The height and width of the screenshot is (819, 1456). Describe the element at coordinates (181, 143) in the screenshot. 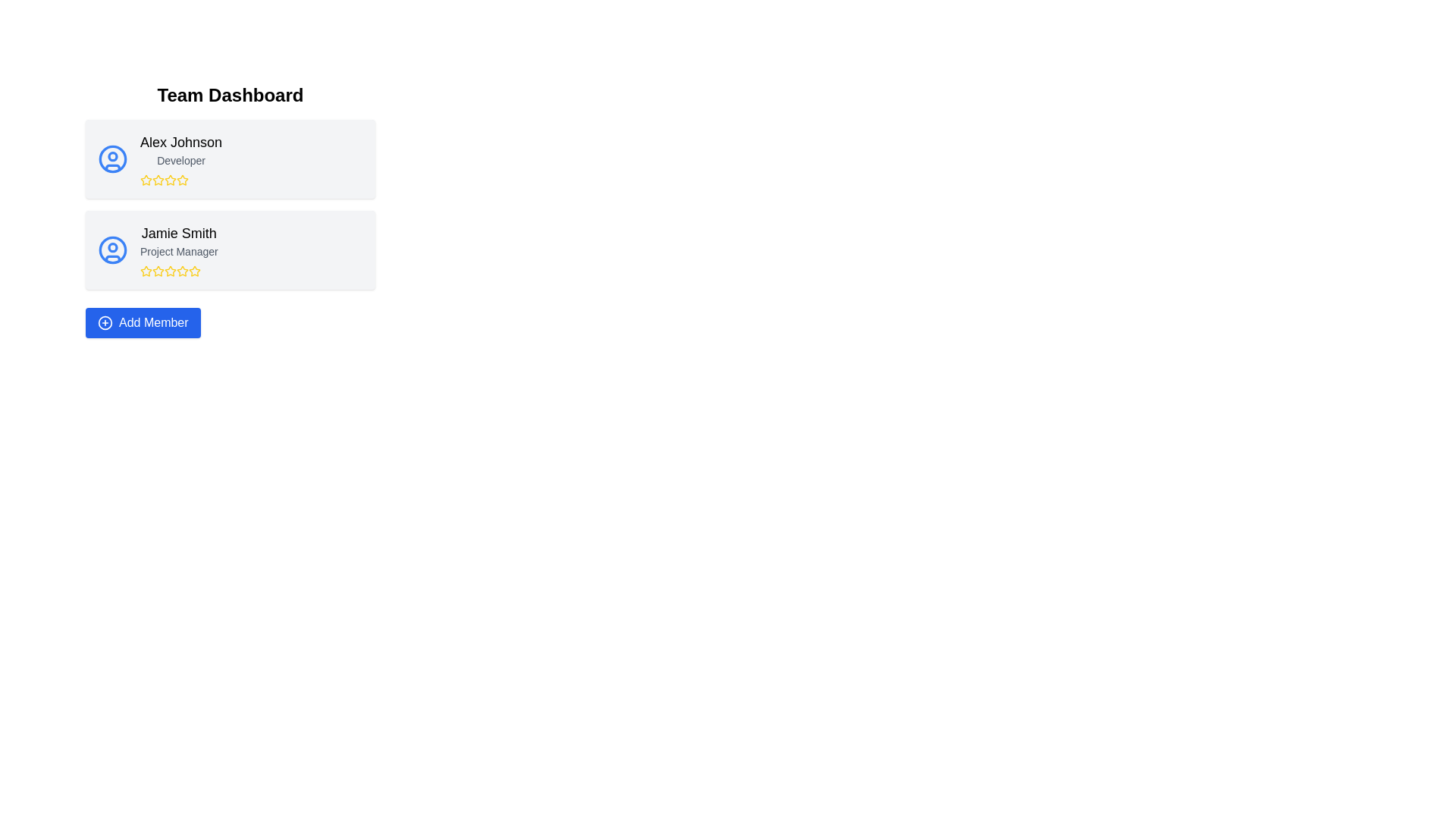

I see `the text label 'Alex Johnson', which is styled in bold and larger font, positioned above the 'Developer' text in the profile section` at that location.